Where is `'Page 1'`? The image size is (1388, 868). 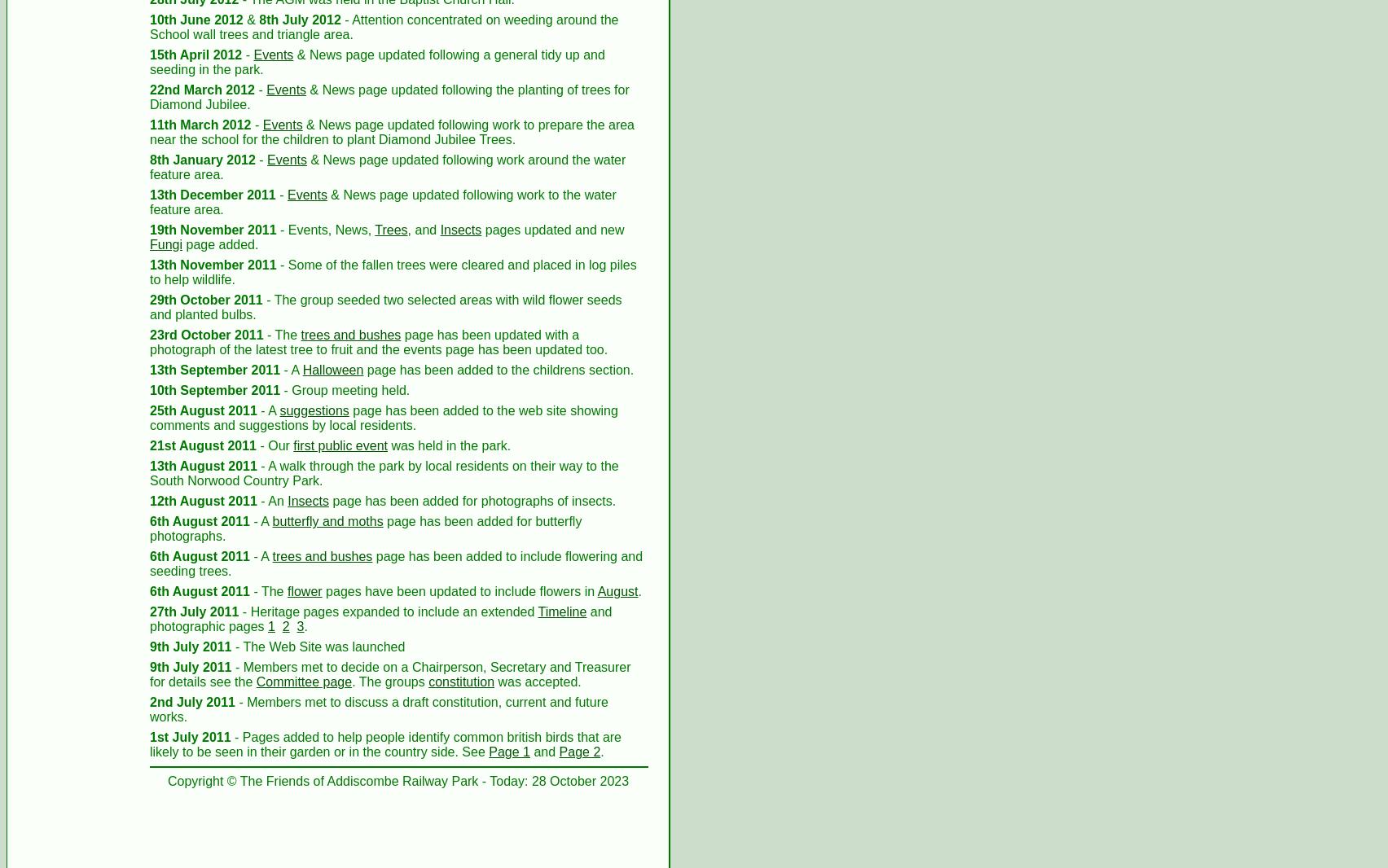 'Page 1' is located at coordinates (509, 752).